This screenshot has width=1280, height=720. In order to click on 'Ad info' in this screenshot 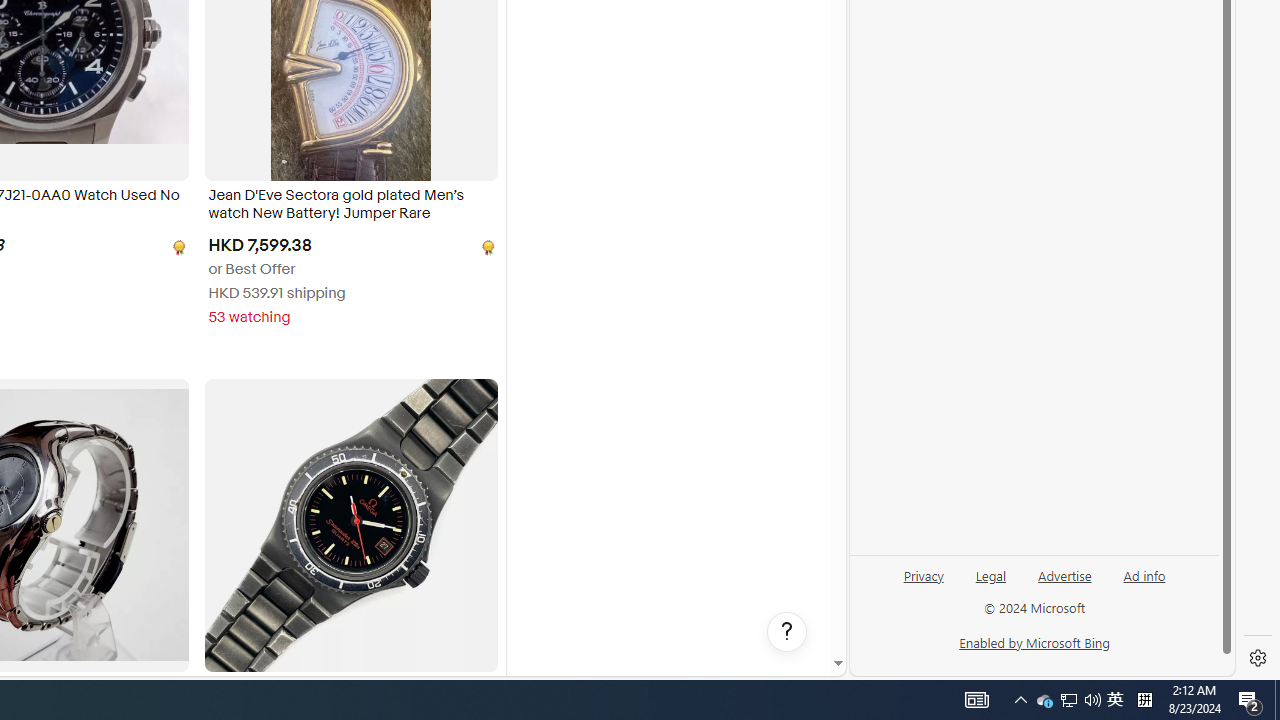, I will do `click(1144, 574)`.